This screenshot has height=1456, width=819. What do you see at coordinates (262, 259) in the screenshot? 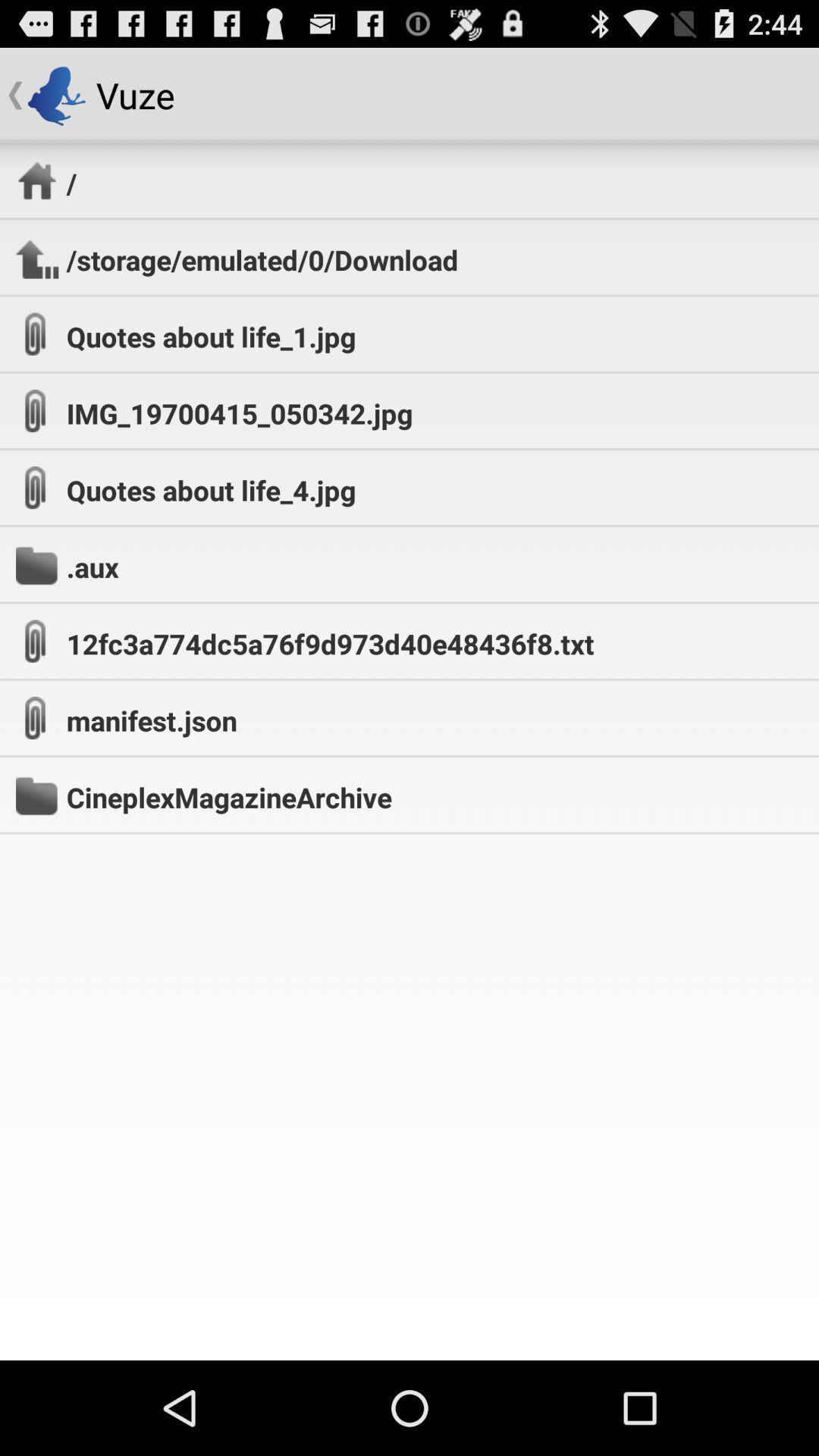
I see `storage emulated 0` at bounding box center [262, 259].